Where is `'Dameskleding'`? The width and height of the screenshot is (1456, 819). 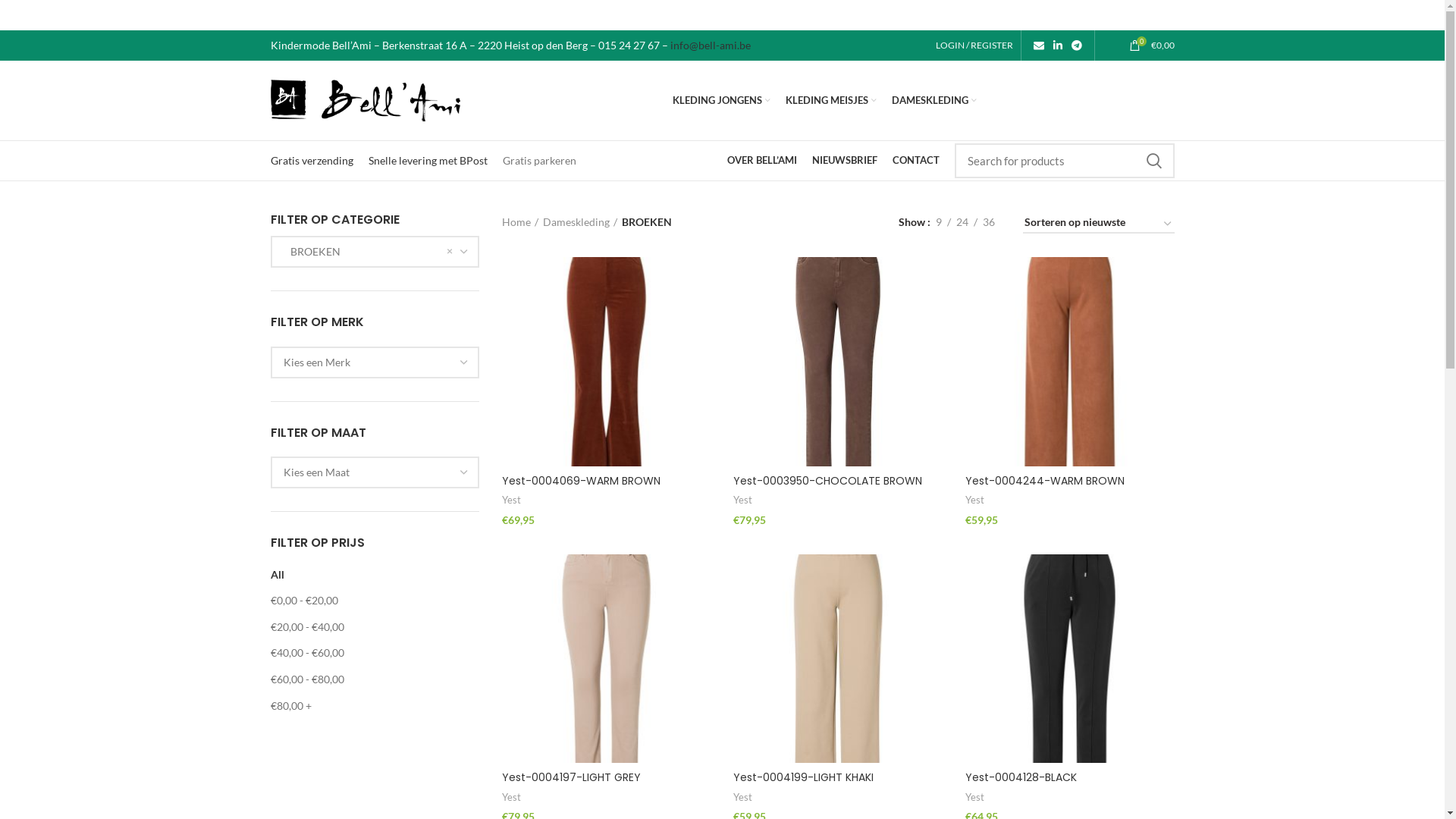
'Dameskleding' is located at coordinates (579, 222).